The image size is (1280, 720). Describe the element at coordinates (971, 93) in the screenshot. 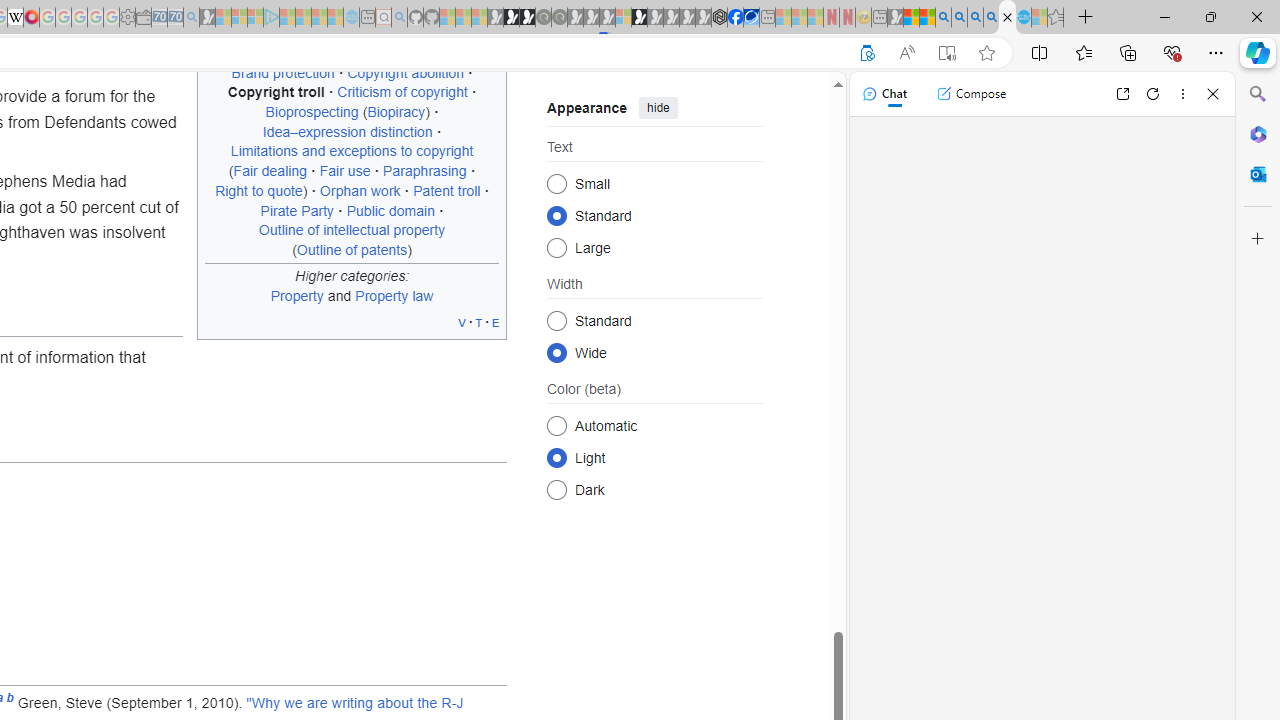

I see `'Compose'` at that location.